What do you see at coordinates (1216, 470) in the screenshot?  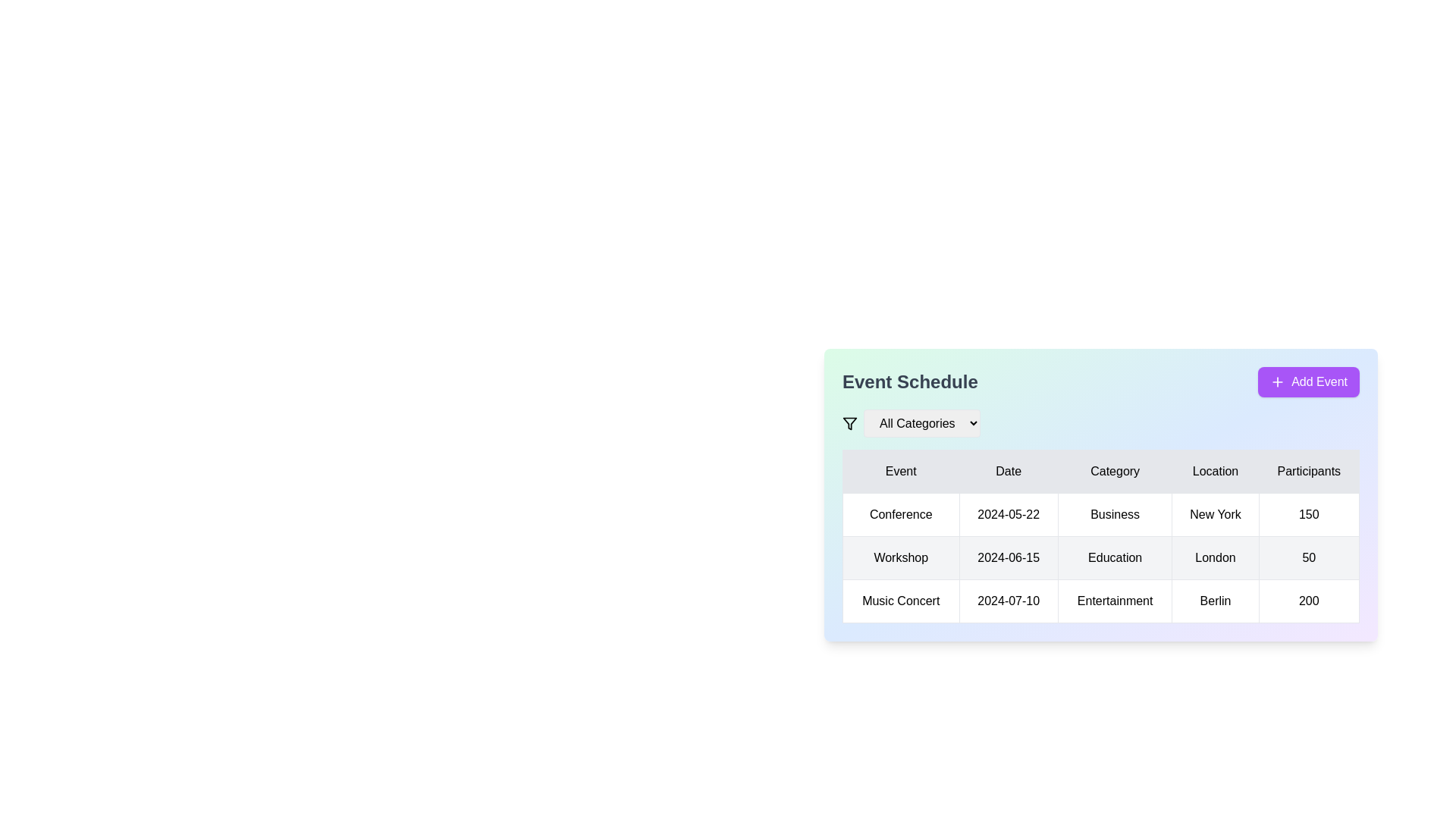 I see `the fourth table header indicating location details associated with events in the Event Schedule section` at bounding box center [1216, 470].